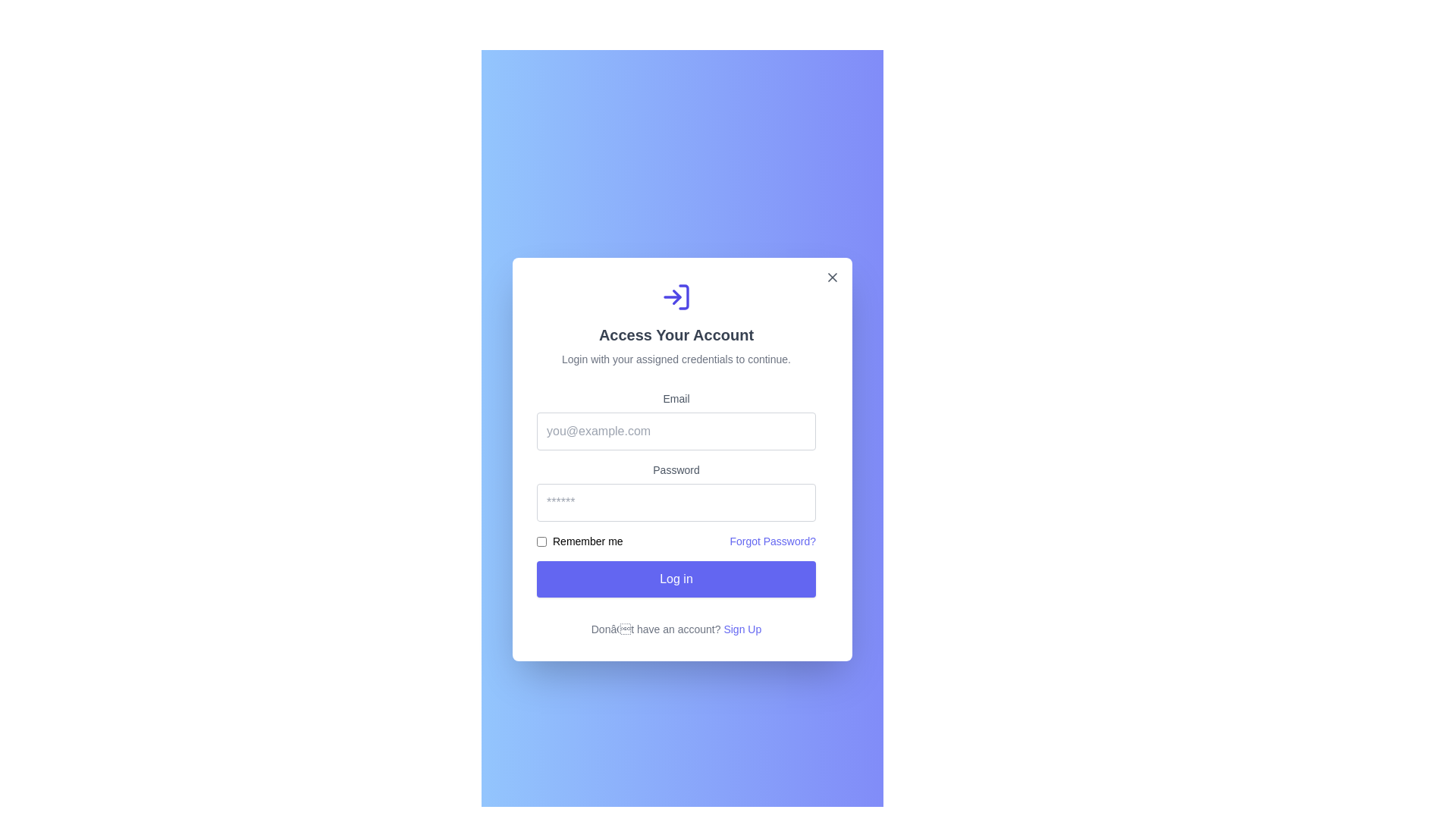 This screenshot has width=1456, height=819. What do you see at coordinates (683, 297) in the screenshot?
I see `the vertical rectangular purple line that is part of the login or keyhole icon, located at the rightmost part of the icon above 'Access Your Account'` at bounding box center [683, 297].